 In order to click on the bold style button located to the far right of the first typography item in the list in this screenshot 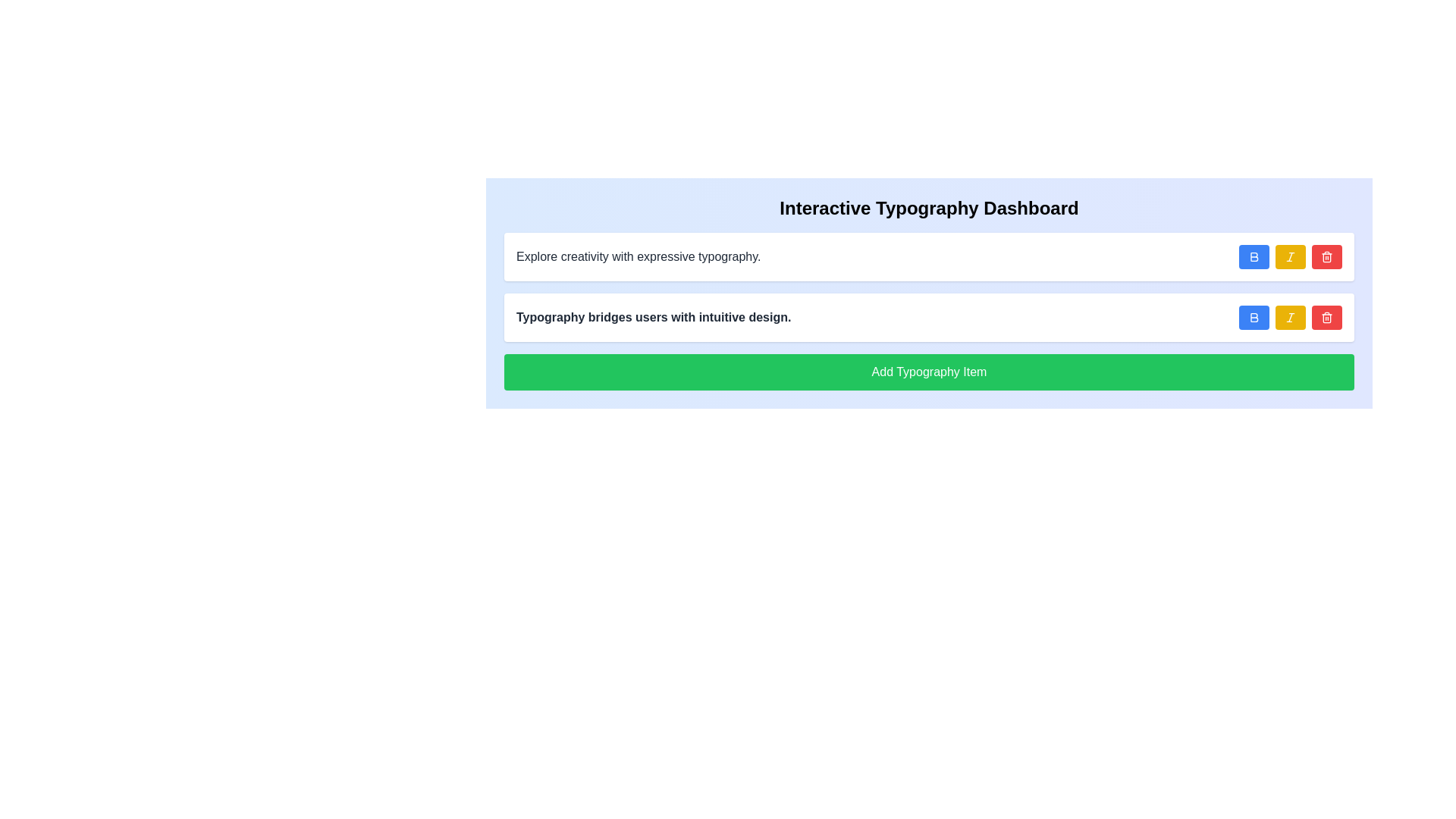, I will do `click(1254, 256)`.